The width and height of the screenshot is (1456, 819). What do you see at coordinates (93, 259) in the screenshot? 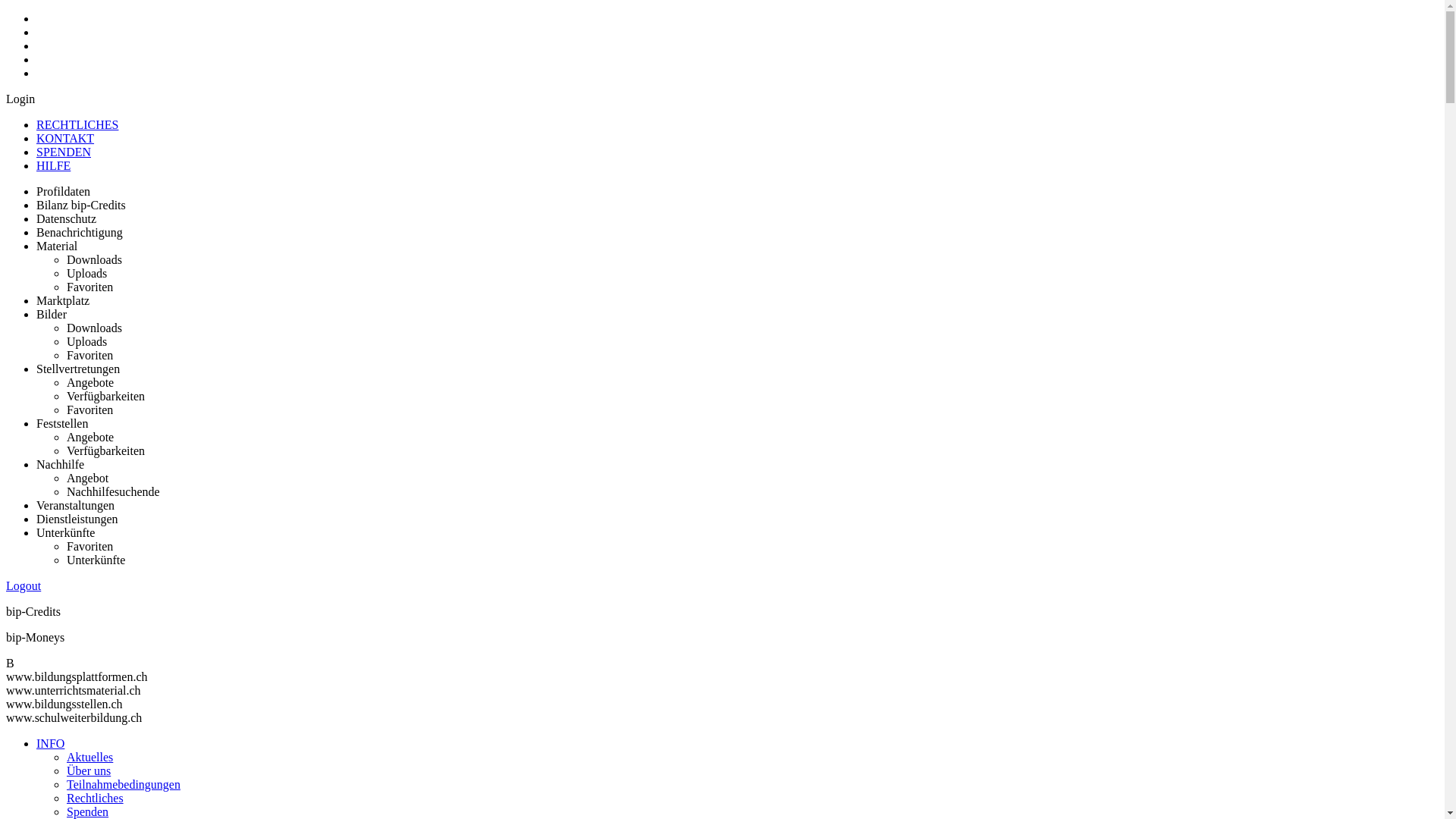
I see `'Downloads'` at bounding box center [93, 259].